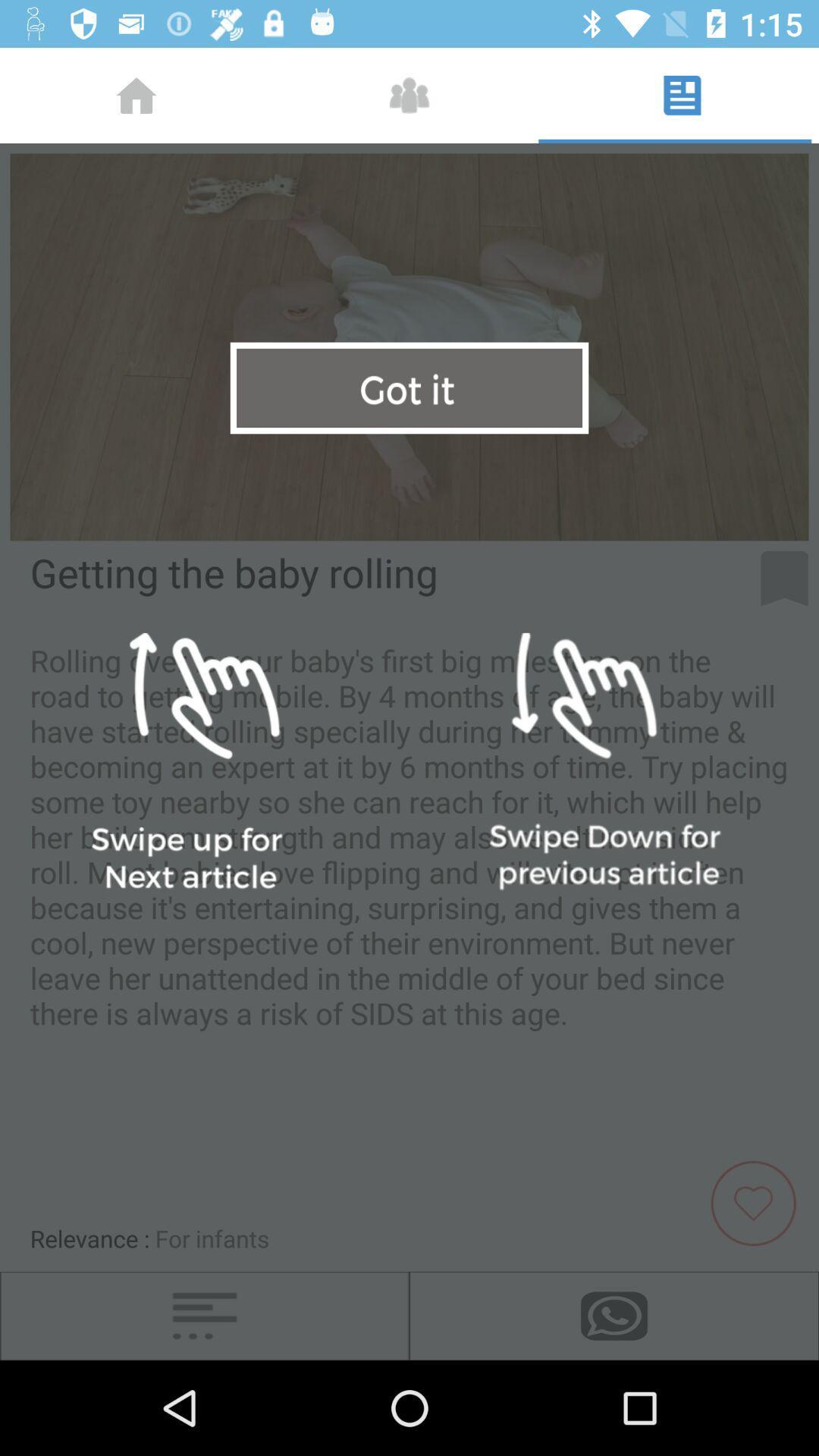 This screenshot has height=1456, width=819. What do you see at coordinates (784, 578) in the screenshot?
I see `bookmark the article` at bounding box center [784, 578].